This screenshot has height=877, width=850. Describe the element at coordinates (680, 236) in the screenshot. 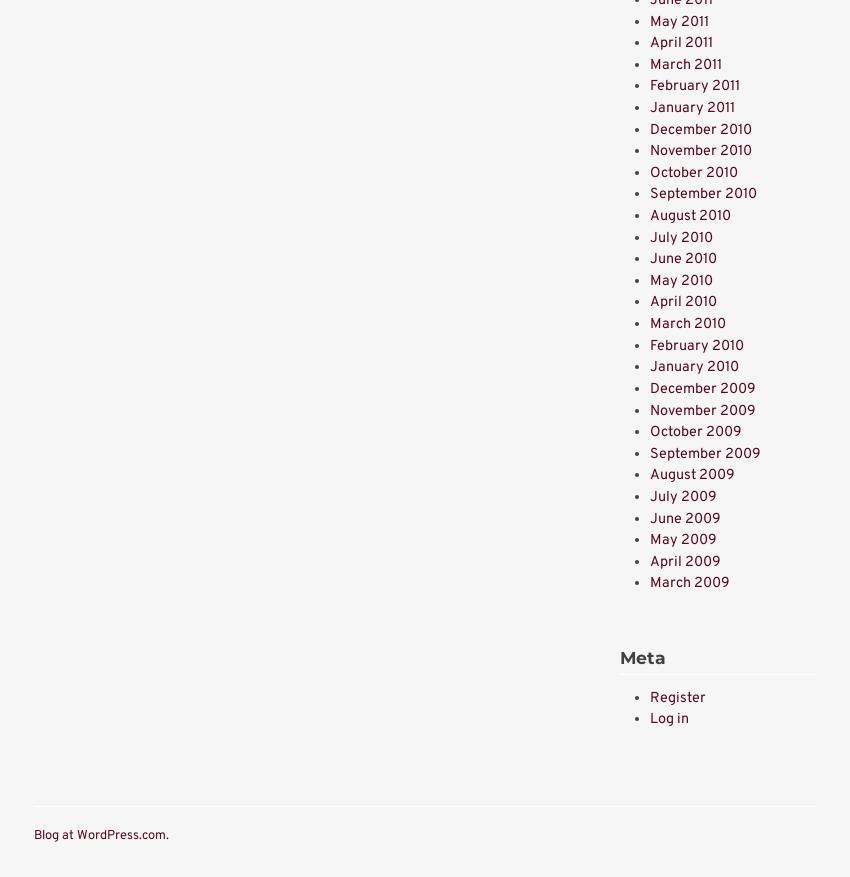

I see `'July 2010'` at that location.